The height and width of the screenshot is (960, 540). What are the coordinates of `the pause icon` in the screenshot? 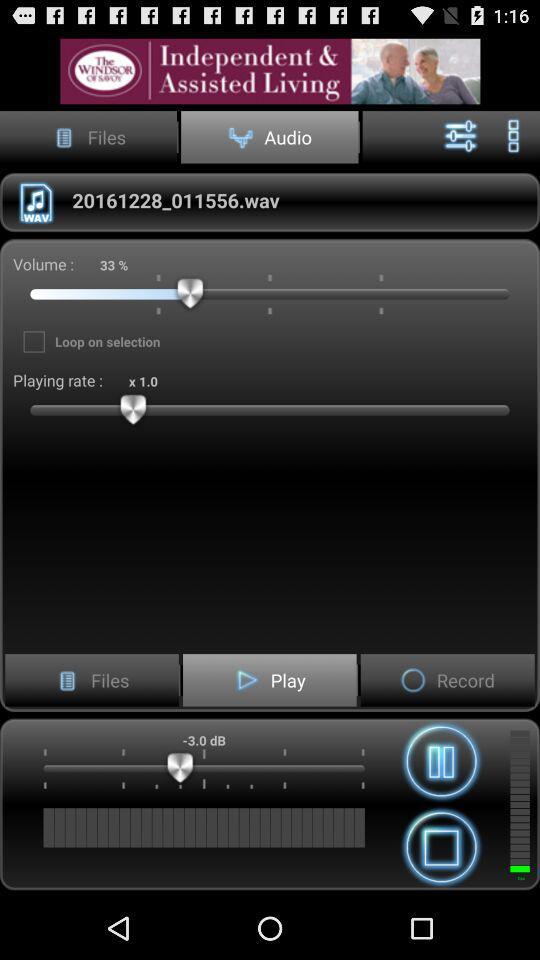 It's located at (441, 814).